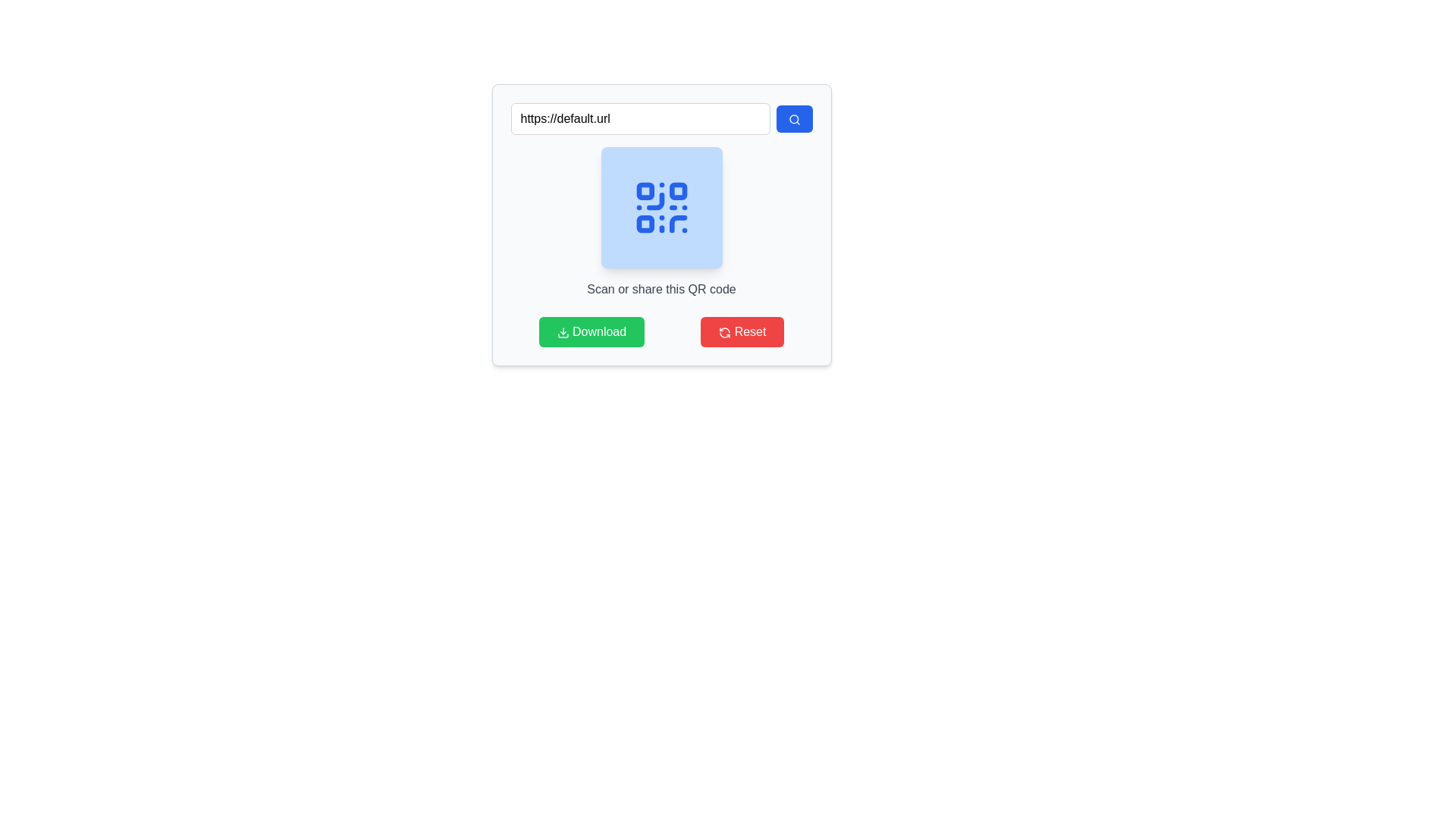 The width and height of the screenshot is (1456, 819). Describe the element at coordinates (677, 190) in the screenshot. I see `the small blue square with slightly rounded corners located in the upper right quadrant of the QR code` at that location.